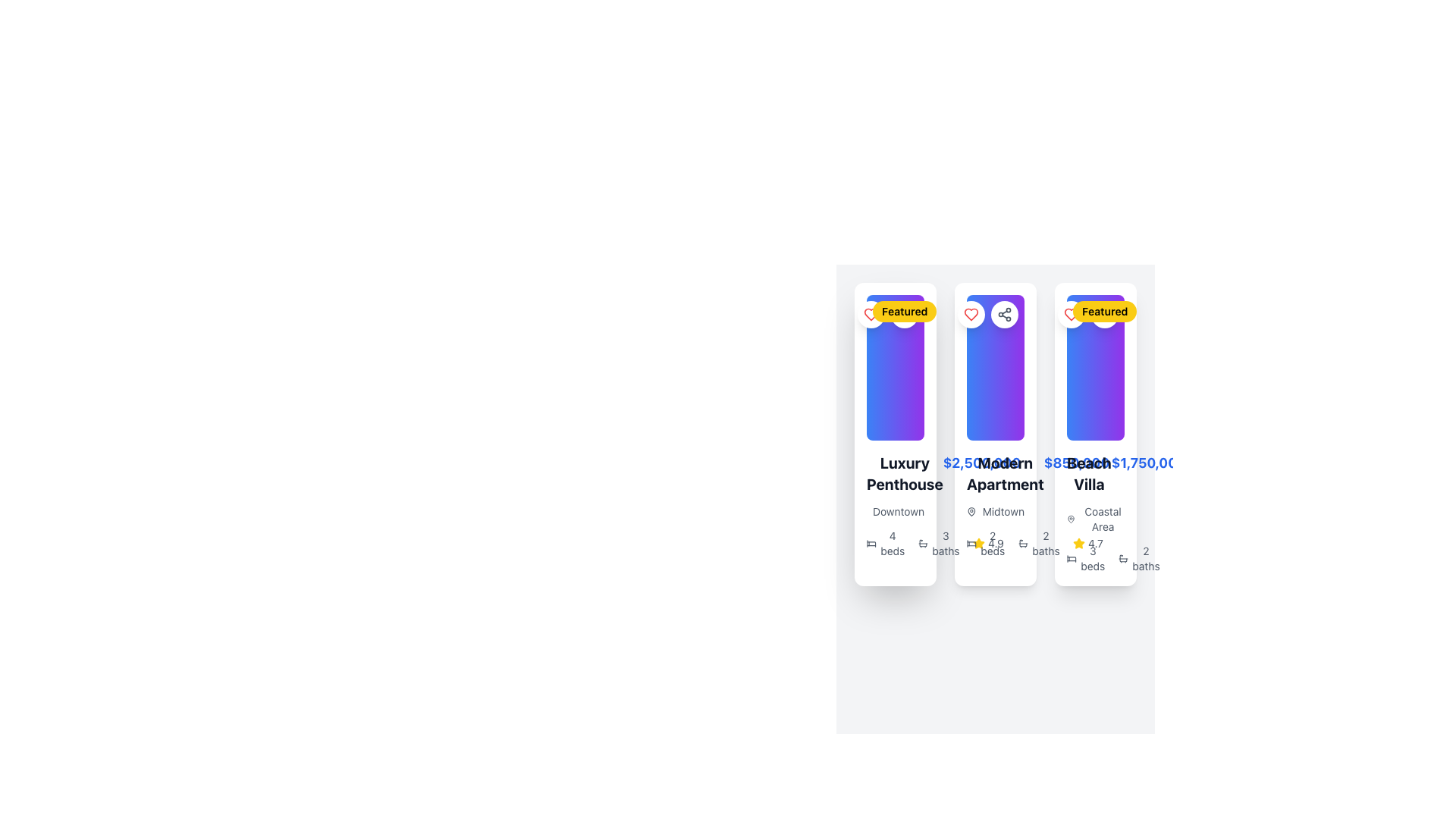  What do you see at coordinates (1078, 543) in the screenshot?
I see `the yellow star icon indicating a rating of '4.7', which is positioned to the left of the numerical rating value` at bounding box center [1078, 543].